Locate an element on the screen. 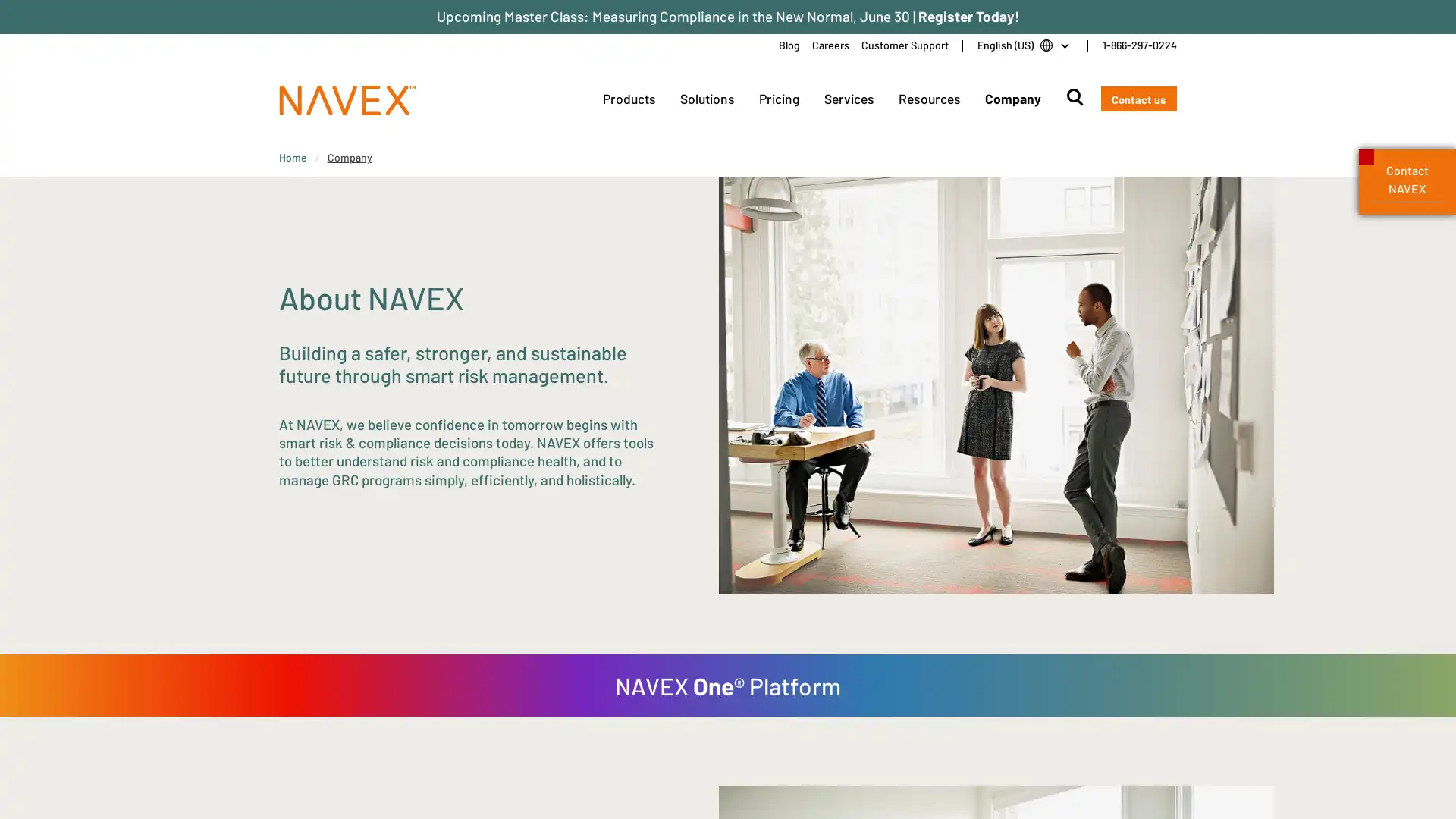  Products is located at coordinates (629, 99).